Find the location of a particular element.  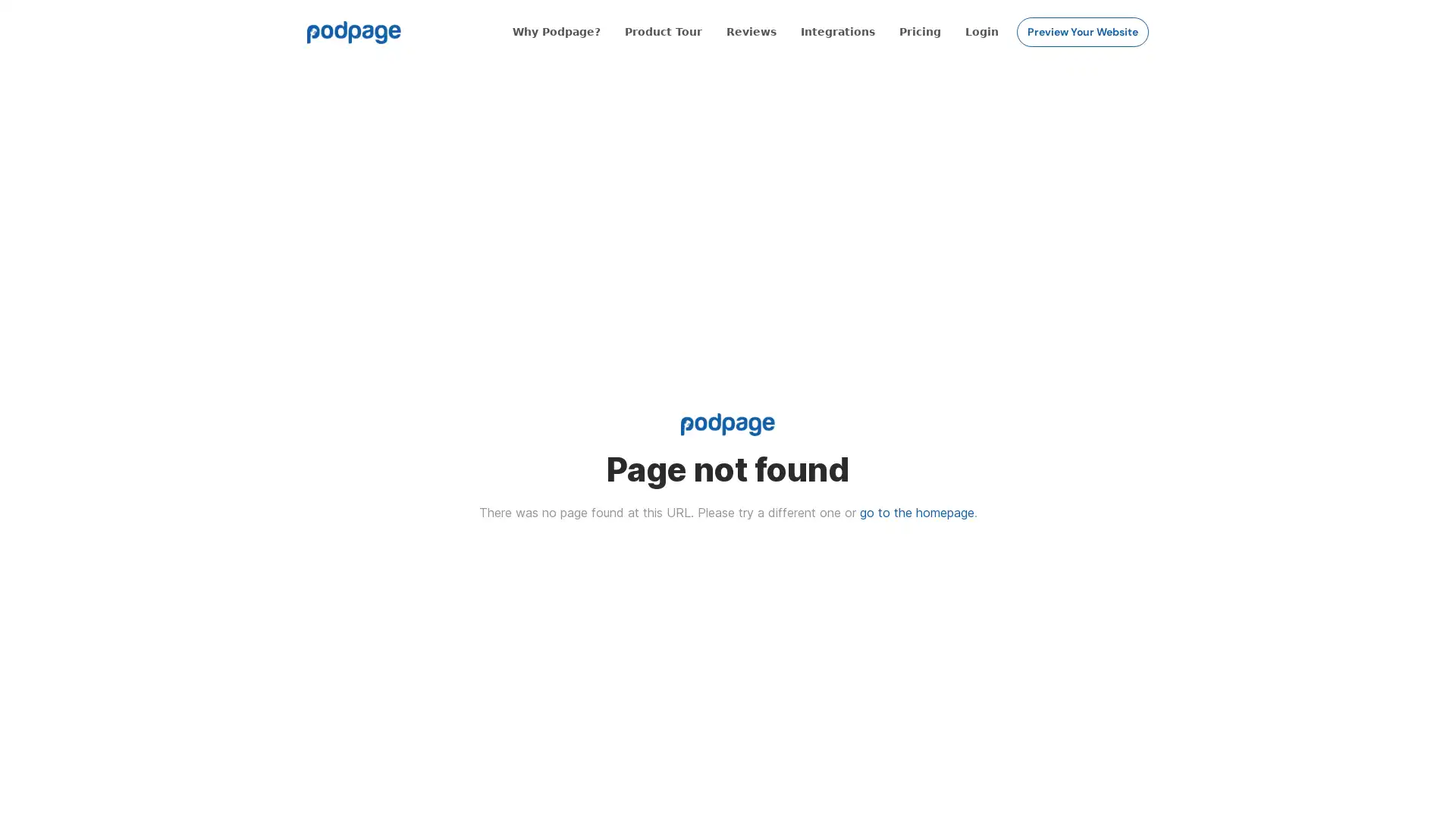

Open Intercom Messenger is located at coordinates (1417, 780).